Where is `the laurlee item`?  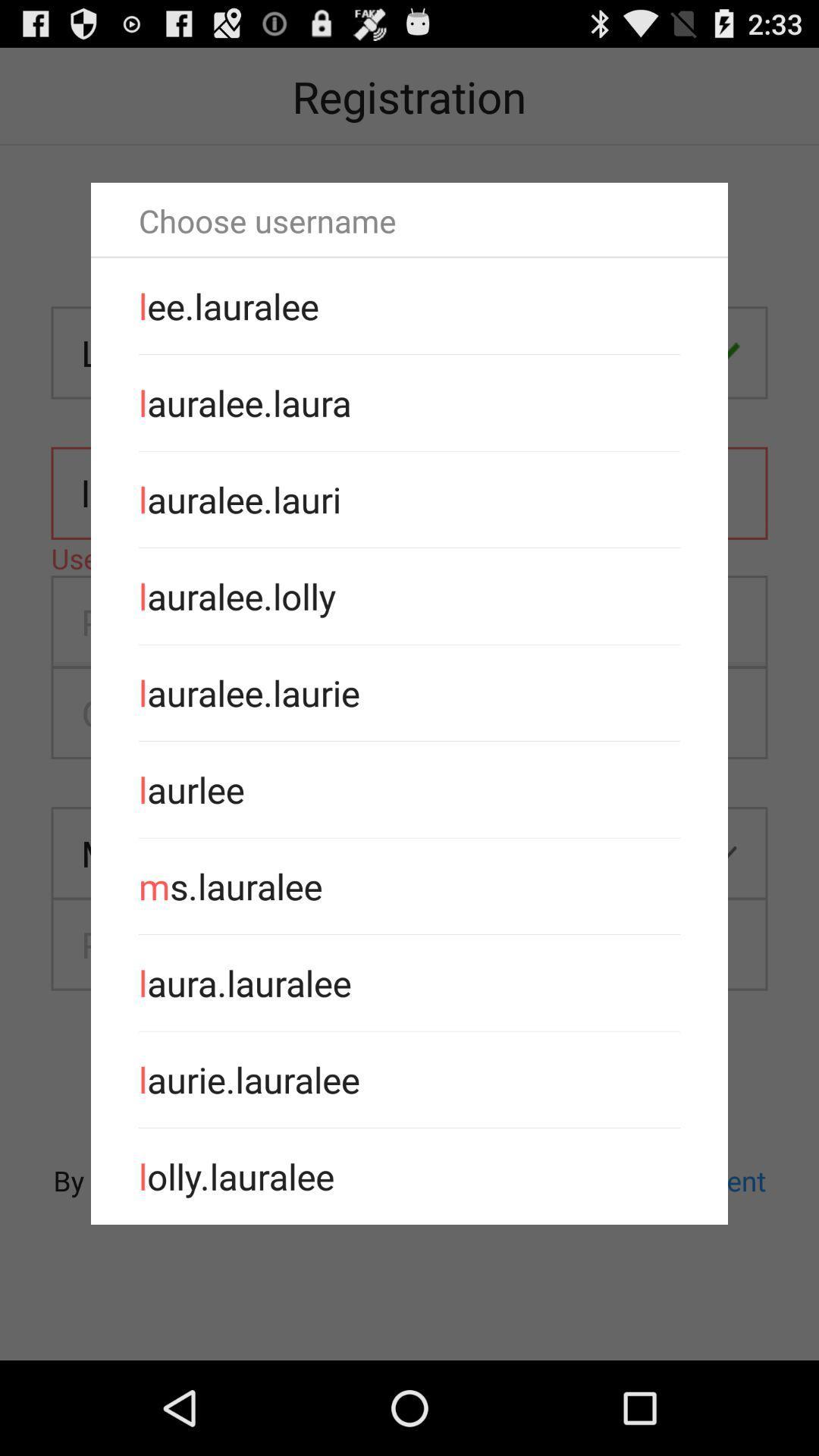
the laurlee item is located at coordinates (409, 789).